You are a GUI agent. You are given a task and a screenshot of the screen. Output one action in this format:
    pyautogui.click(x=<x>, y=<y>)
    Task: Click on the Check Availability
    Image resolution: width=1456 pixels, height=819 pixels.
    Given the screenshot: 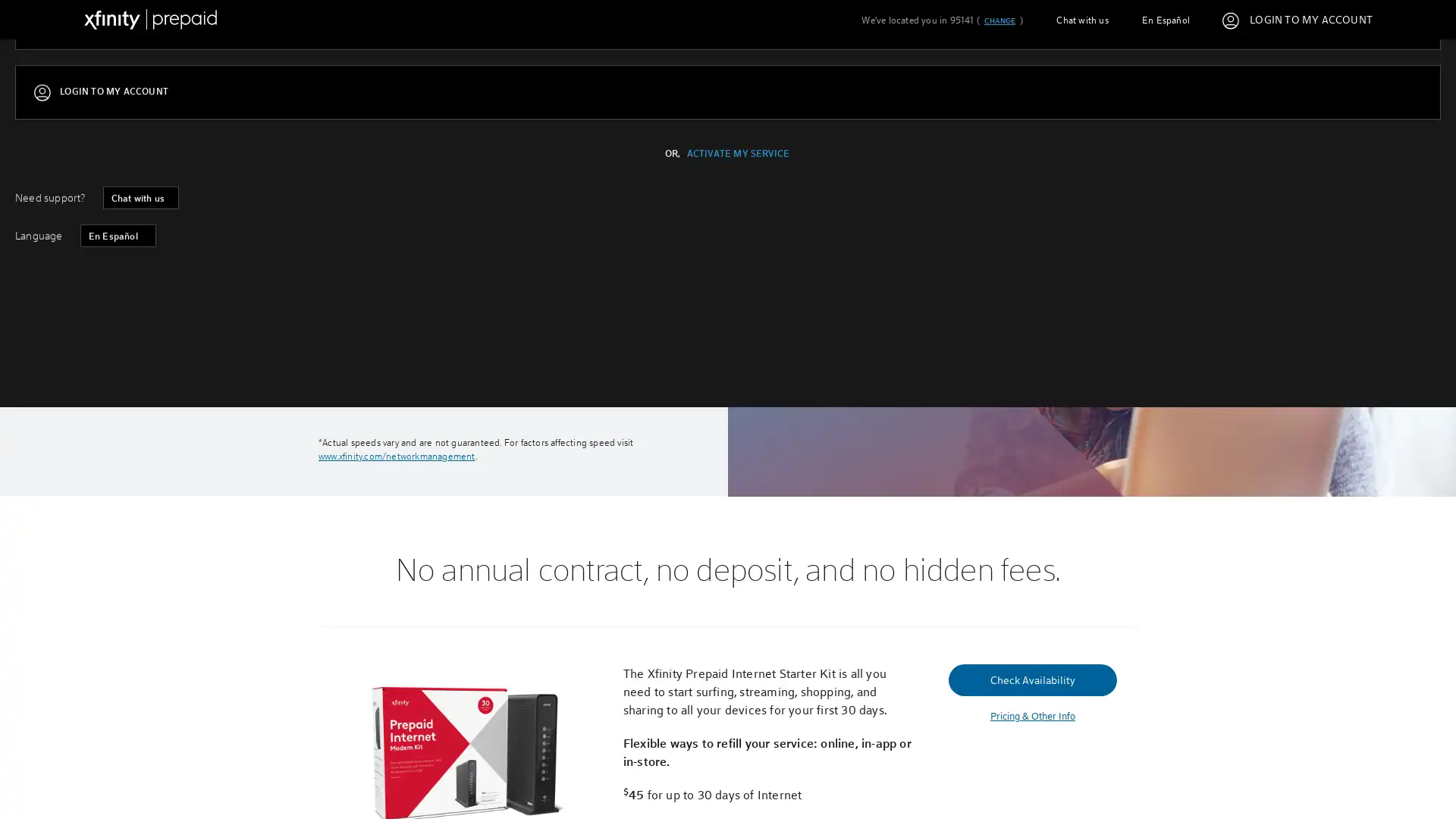 What is the action you would take?
    pyautogui.click(x=403, y=354)
    